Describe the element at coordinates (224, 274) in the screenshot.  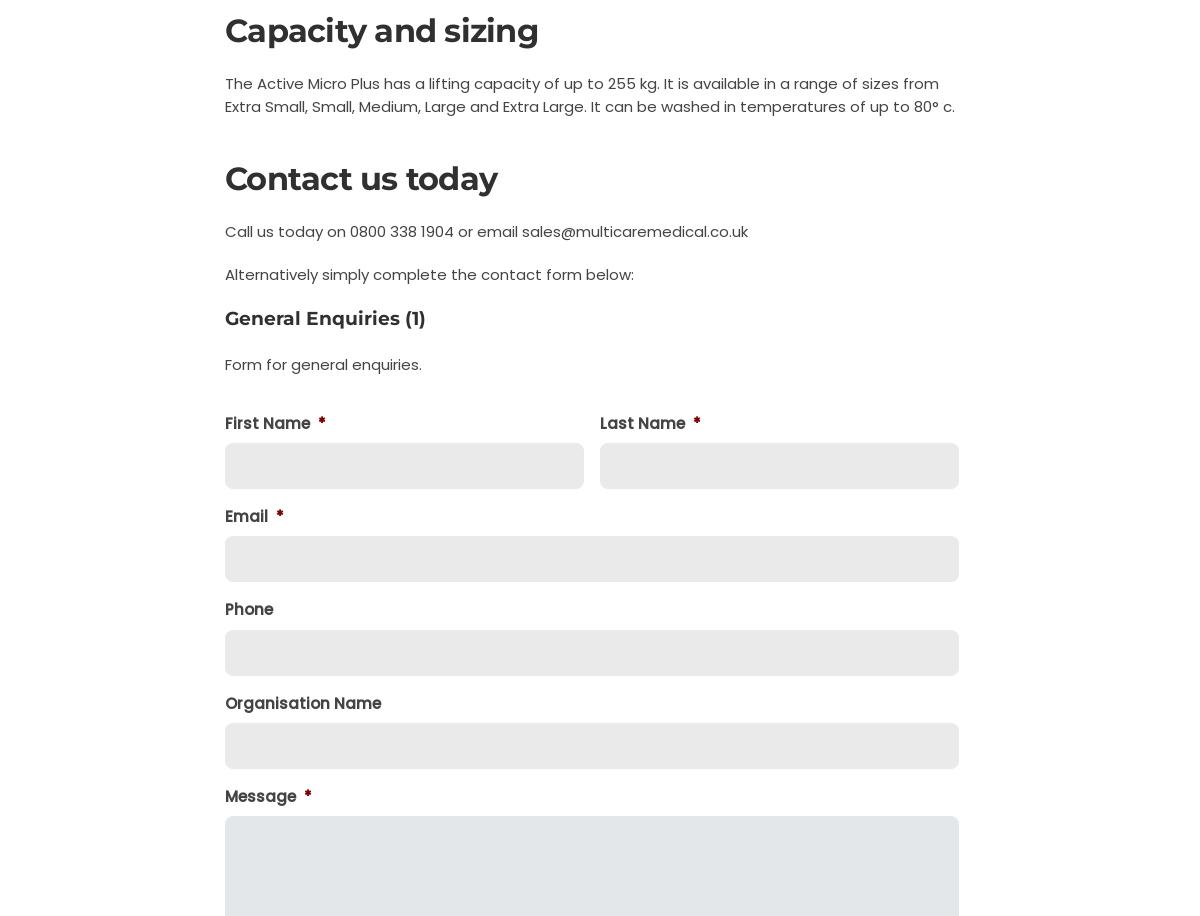
I see `'Alternatively simply complete the contact form below:'` at that location.